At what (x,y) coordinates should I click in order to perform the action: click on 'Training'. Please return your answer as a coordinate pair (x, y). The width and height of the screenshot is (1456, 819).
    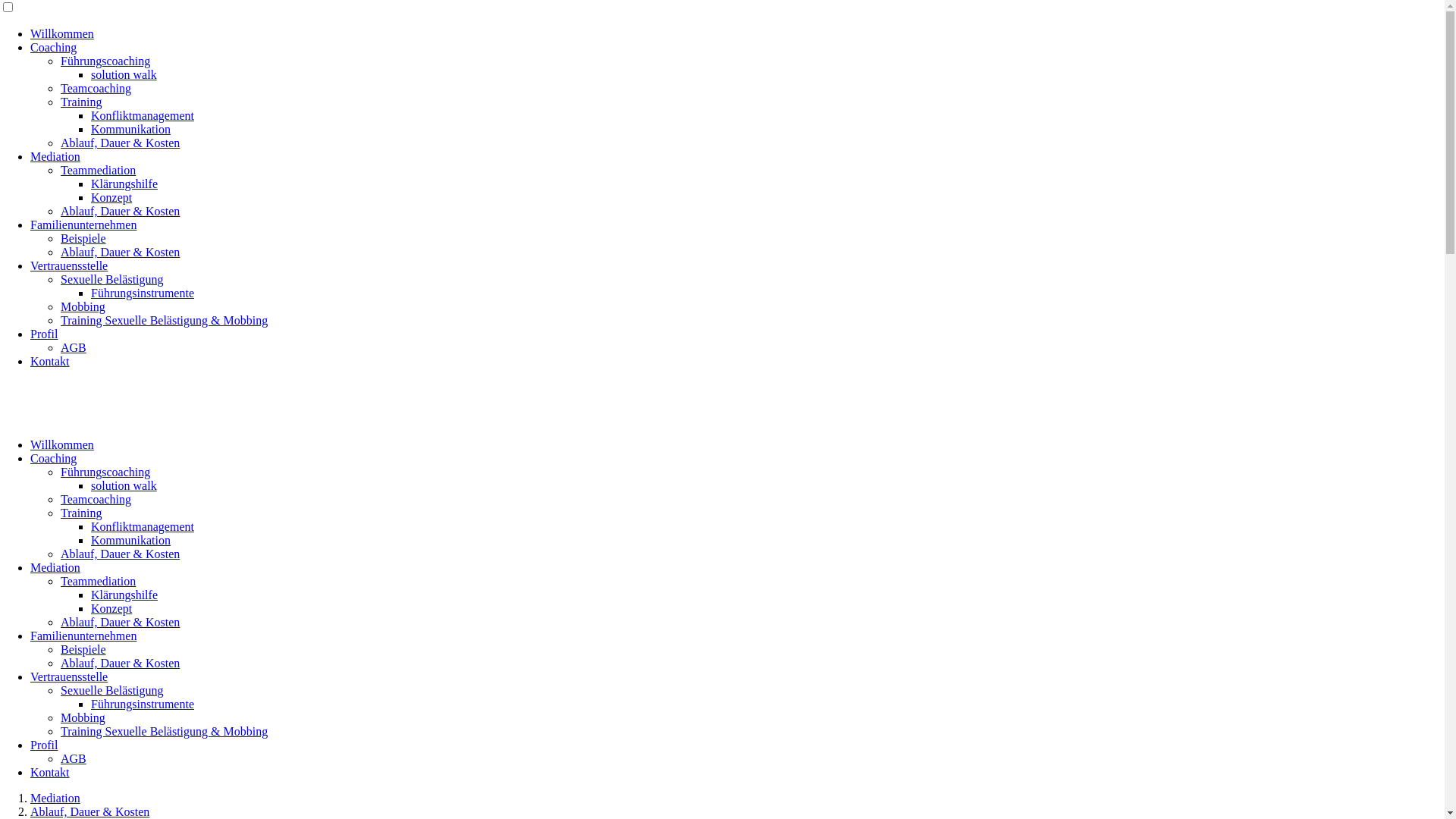
    Looking at the image, I should click on (80, 102).